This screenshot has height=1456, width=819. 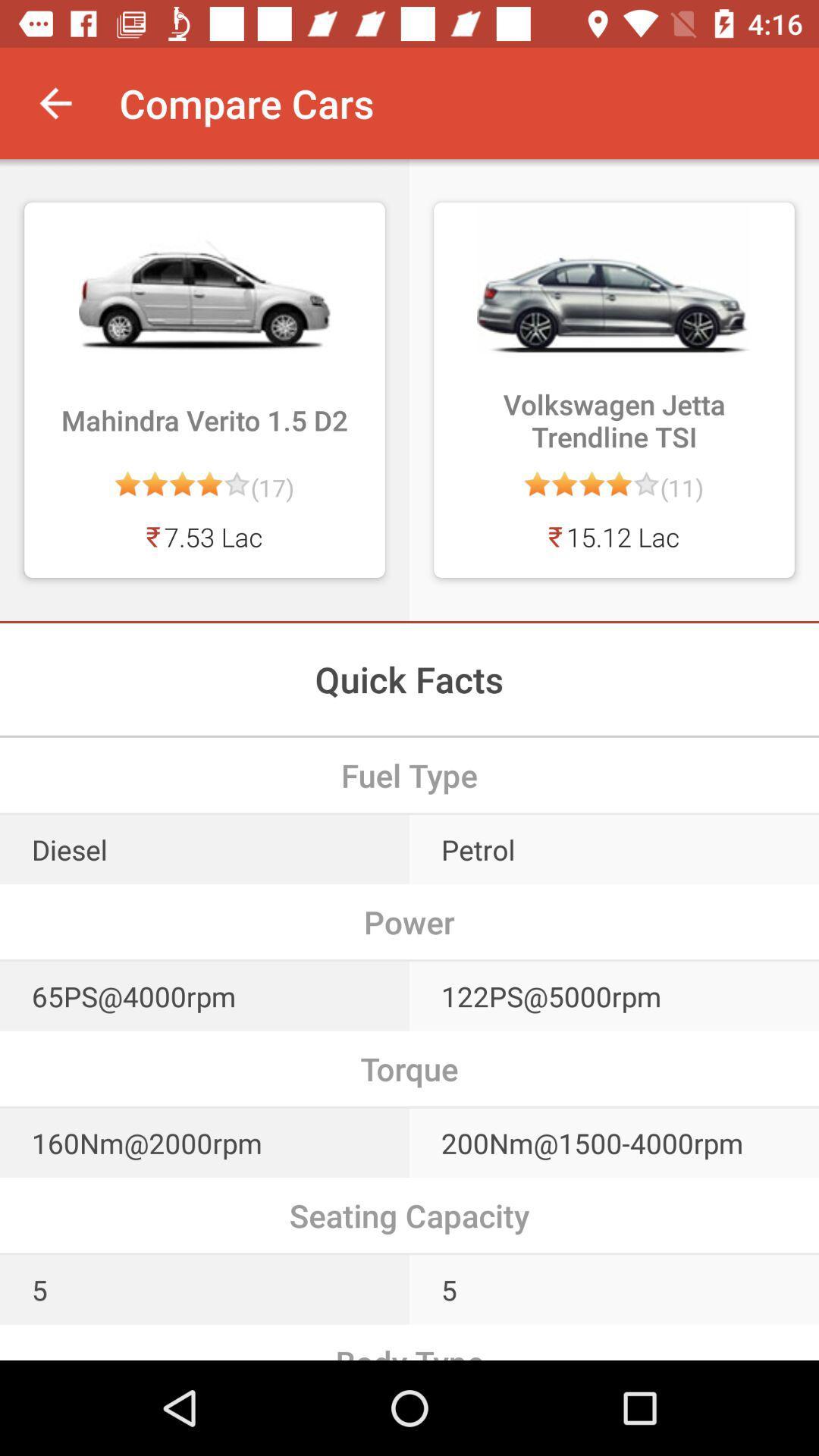 What do you see at coordinates (55, 102) in the screenshot?
I see `item to the left of the compare cars` at bounding box center [55, 102].